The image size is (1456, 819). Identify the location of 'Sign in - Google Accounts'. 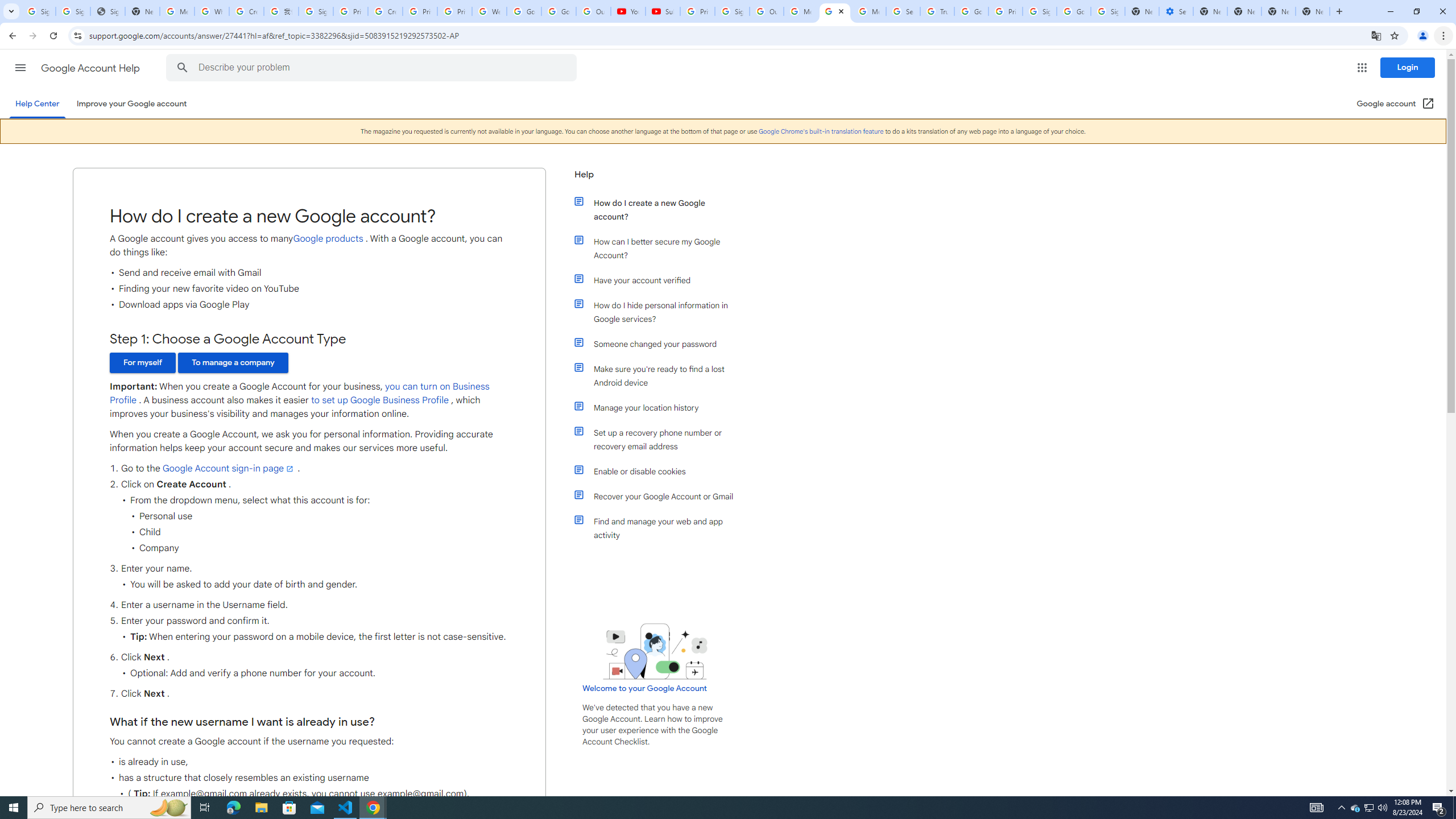
(73, 11).